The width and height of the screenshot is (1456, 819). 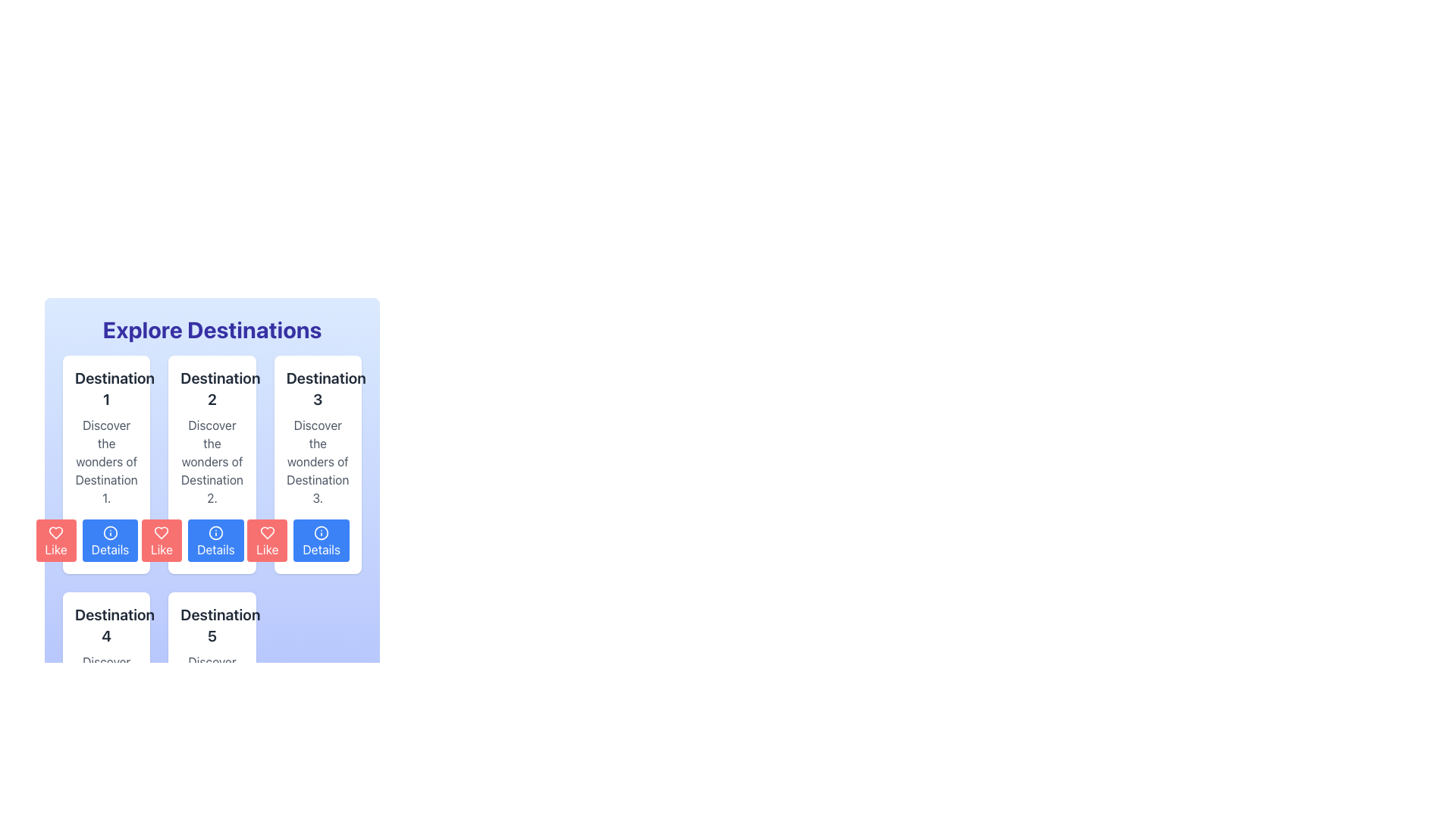 I want to click on the 'Details' button for 'Destination 2', which is the second button in the row of buttons below its description box, so click(x=215, y=540).